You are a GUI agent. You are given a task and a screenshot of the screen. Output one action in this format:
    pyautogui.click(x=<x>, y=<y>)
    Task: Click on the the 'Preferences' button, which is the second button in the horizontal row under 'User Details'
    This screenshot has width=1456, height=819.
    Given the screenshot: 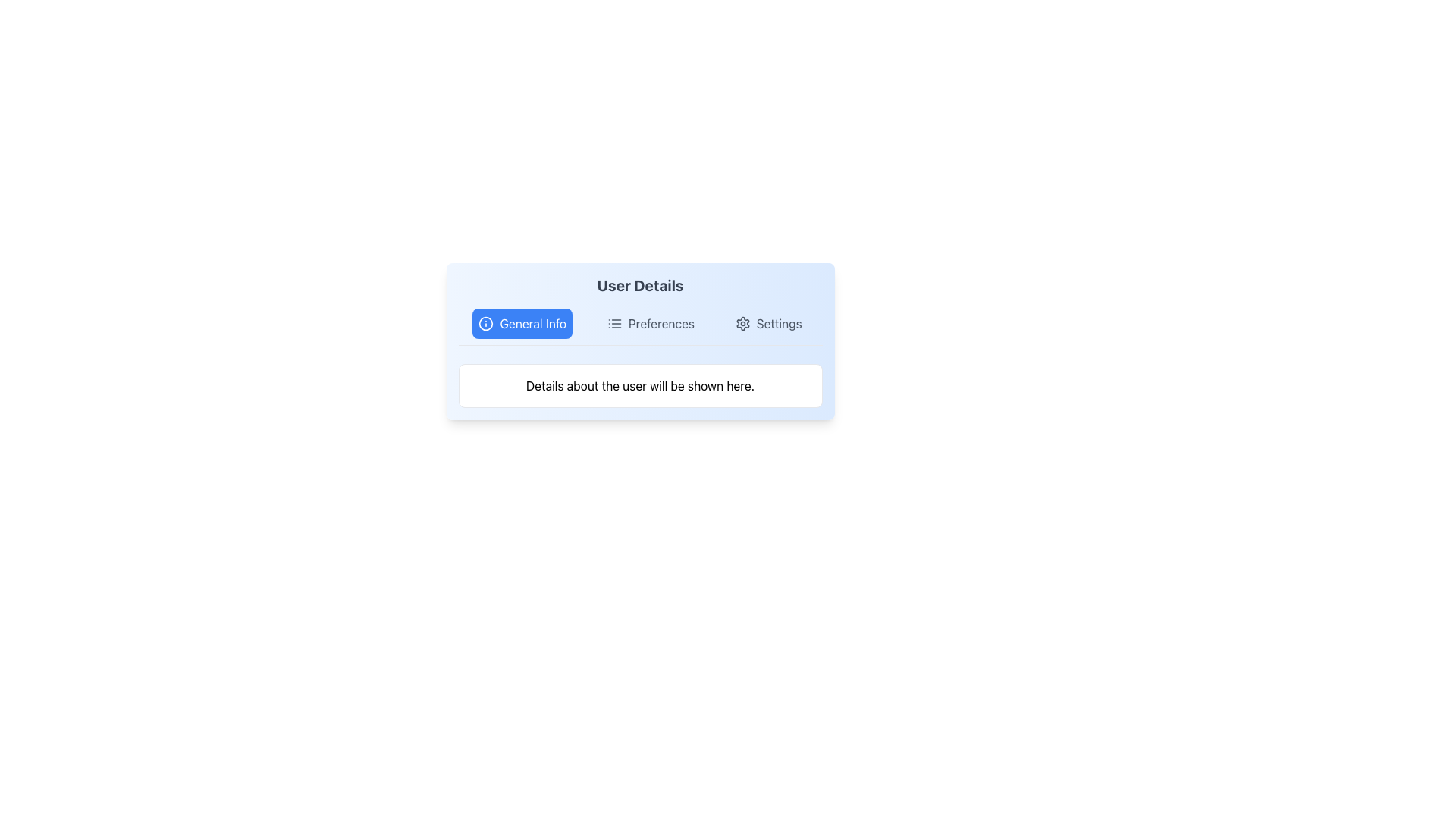 What is the action you would take?
    pyautogui.click(x=651, y=323)
    